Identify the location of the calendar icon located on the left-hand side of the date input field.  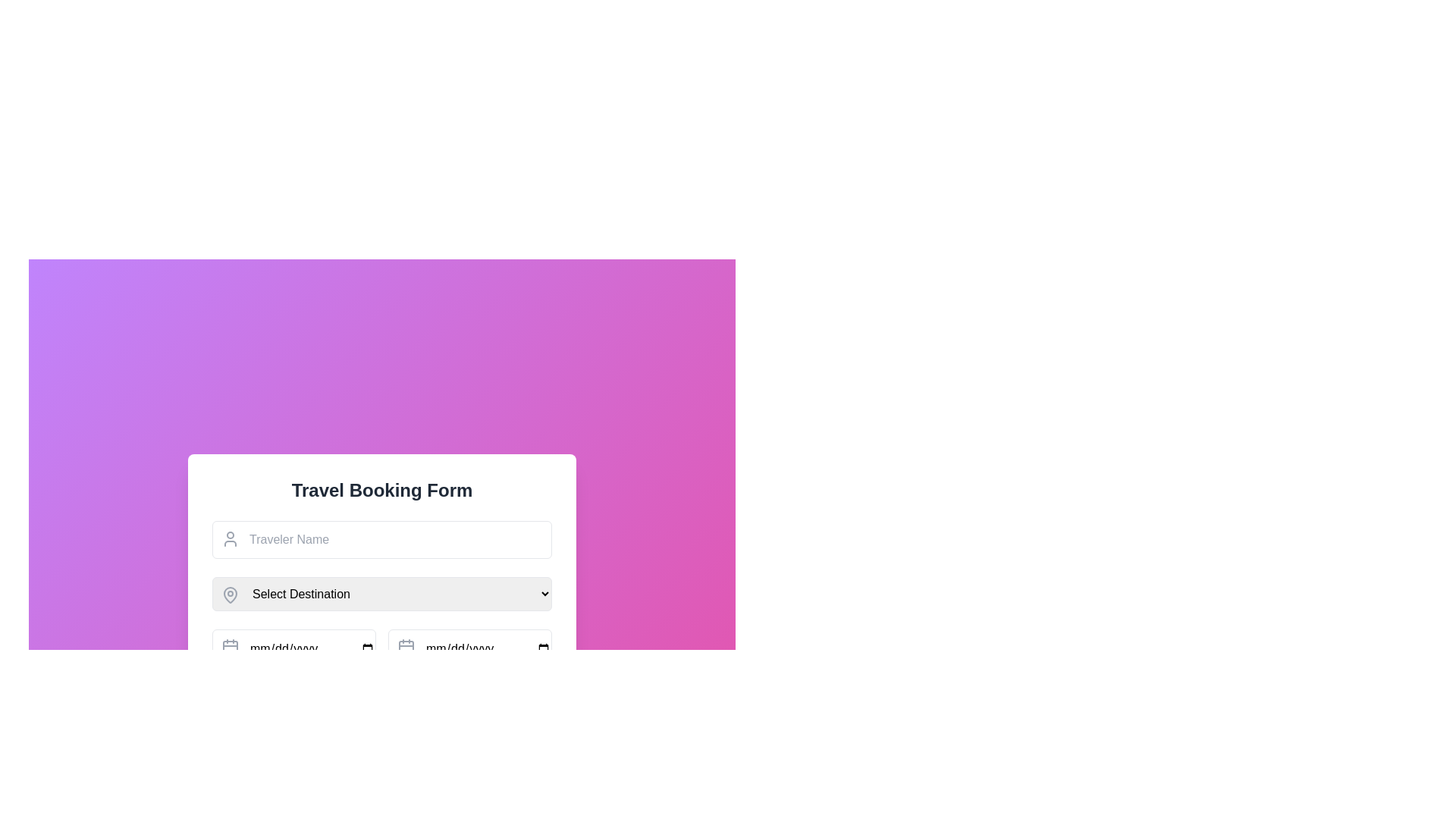
(229, 647).